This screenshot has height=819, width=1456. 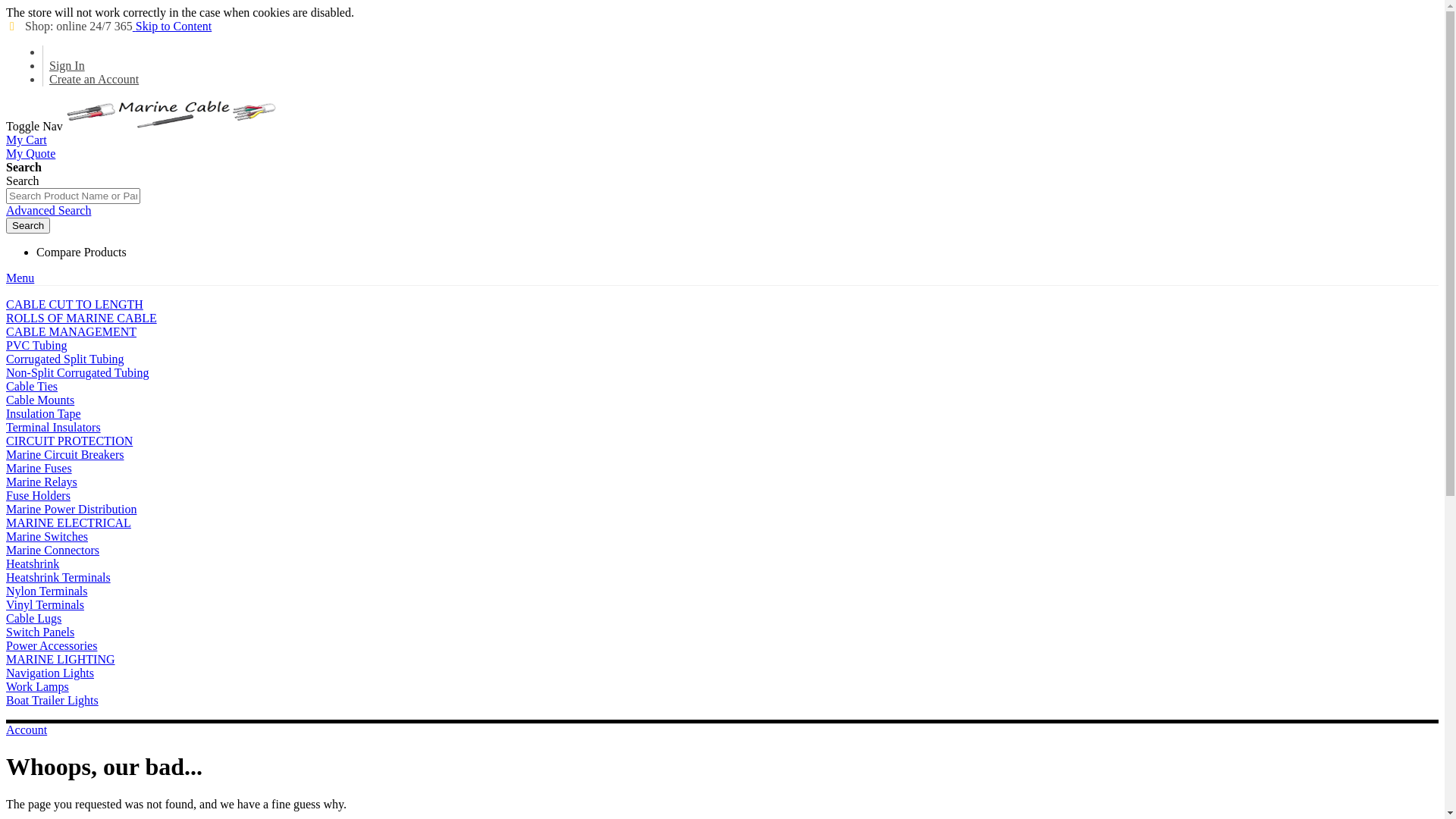 I want to click on 'ROLLS OF MARINE CABLE', so click(x=80, y=317).